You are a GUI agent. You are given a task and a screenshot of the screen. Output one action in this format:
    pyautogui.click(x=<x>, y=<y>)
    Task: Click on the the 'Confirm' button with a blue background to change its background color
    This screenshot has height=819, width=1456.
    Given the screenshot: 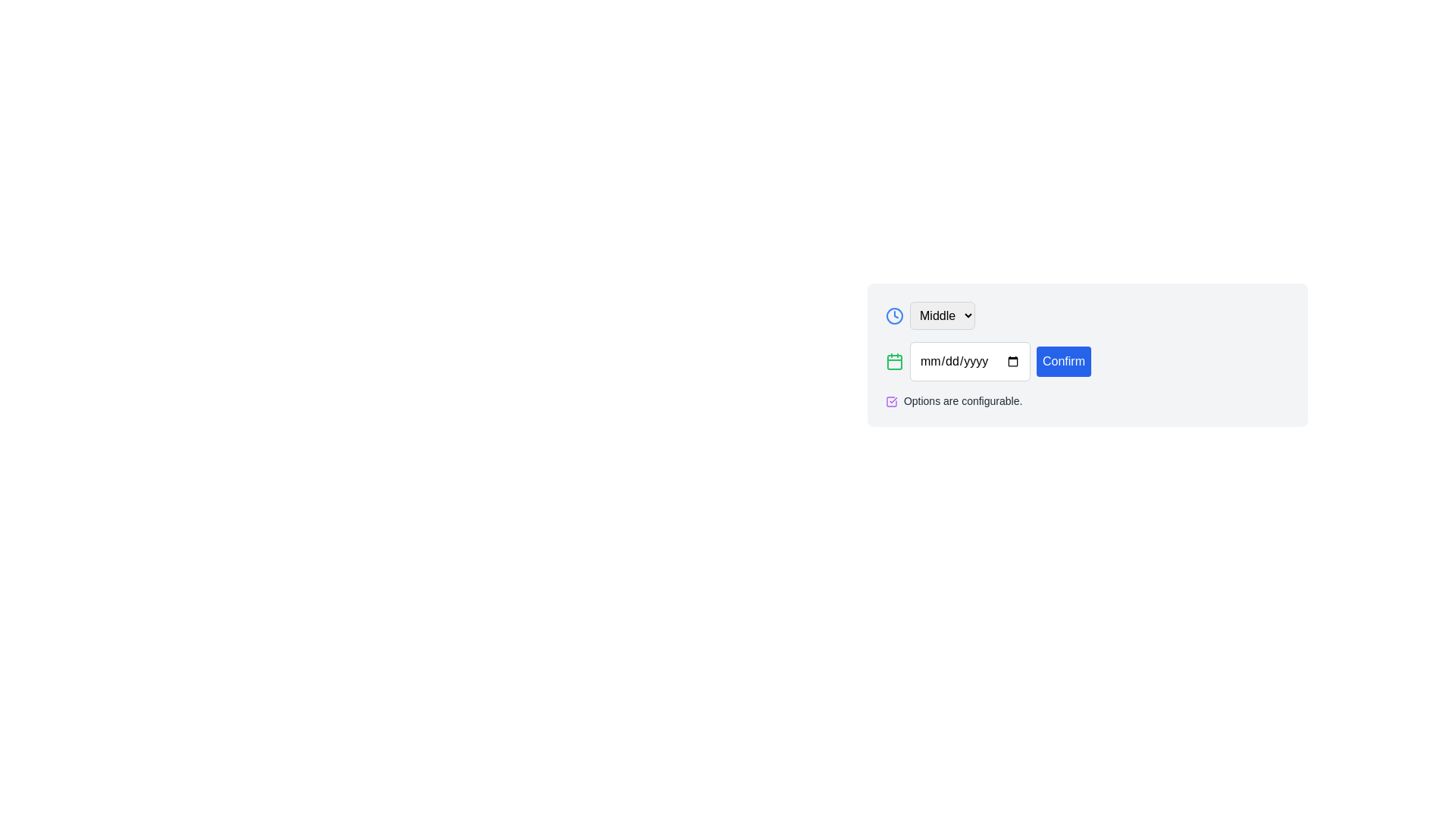 What is the action you would take?
    pyautogui.click(x=1062, y=362)
    